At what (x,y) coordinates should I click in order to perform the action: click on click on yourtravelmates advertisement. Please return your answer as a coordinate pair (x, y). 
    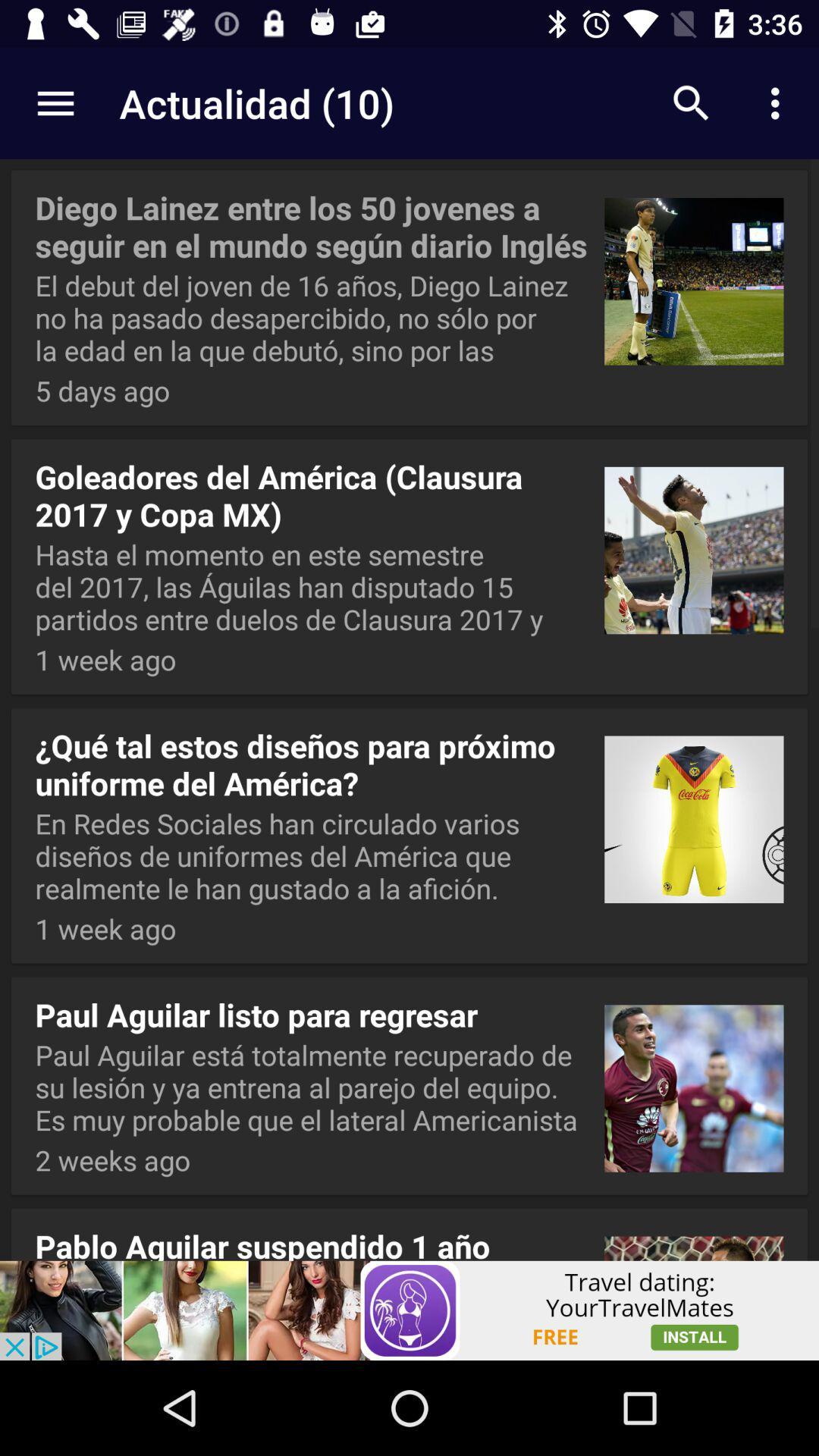
    Looking at the image, I should click on (409, 1310).